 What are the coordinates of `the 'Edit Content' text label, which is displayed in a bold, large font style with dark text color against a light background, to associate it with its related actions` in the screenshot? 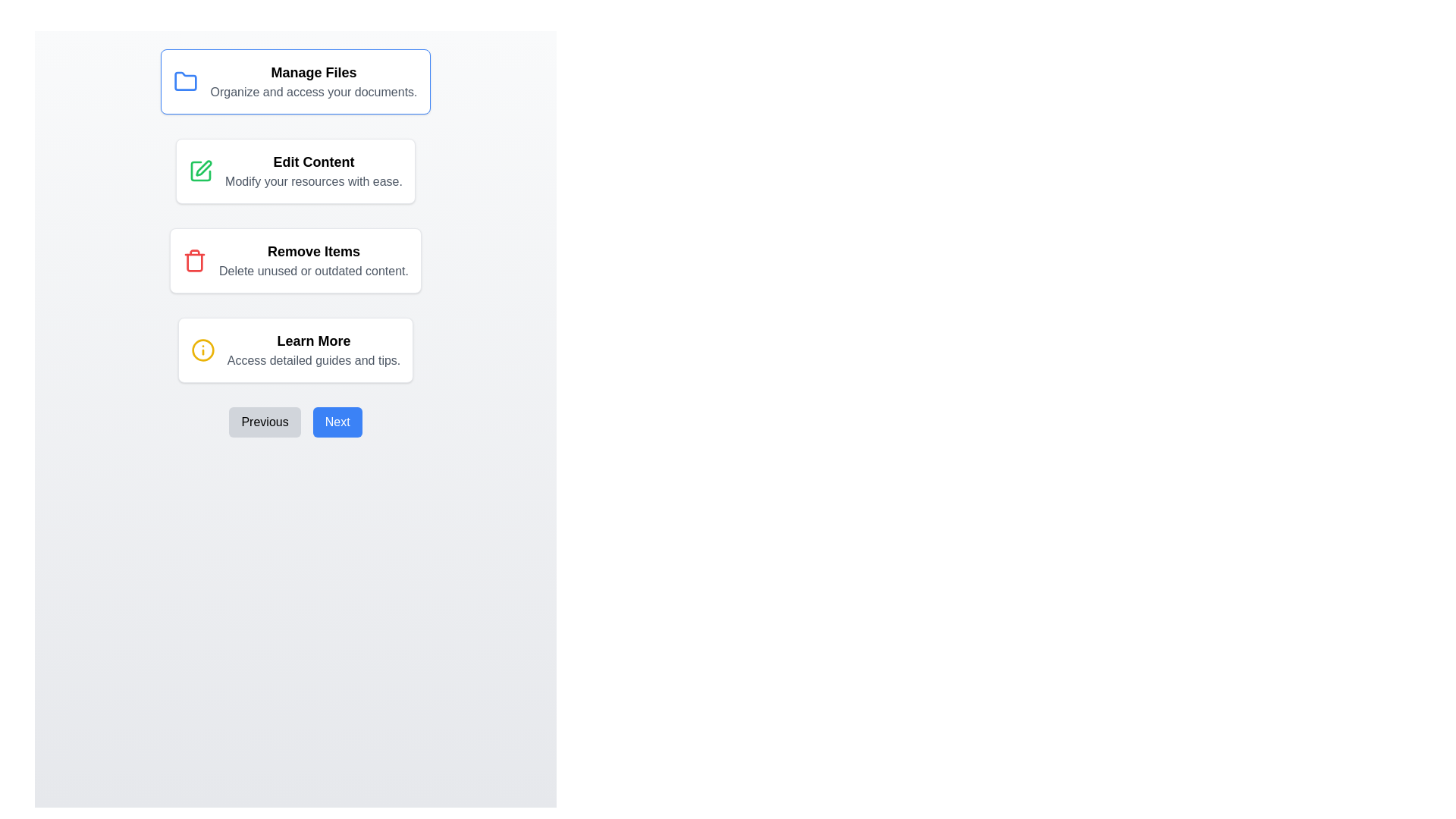 It's located at (312, 162).